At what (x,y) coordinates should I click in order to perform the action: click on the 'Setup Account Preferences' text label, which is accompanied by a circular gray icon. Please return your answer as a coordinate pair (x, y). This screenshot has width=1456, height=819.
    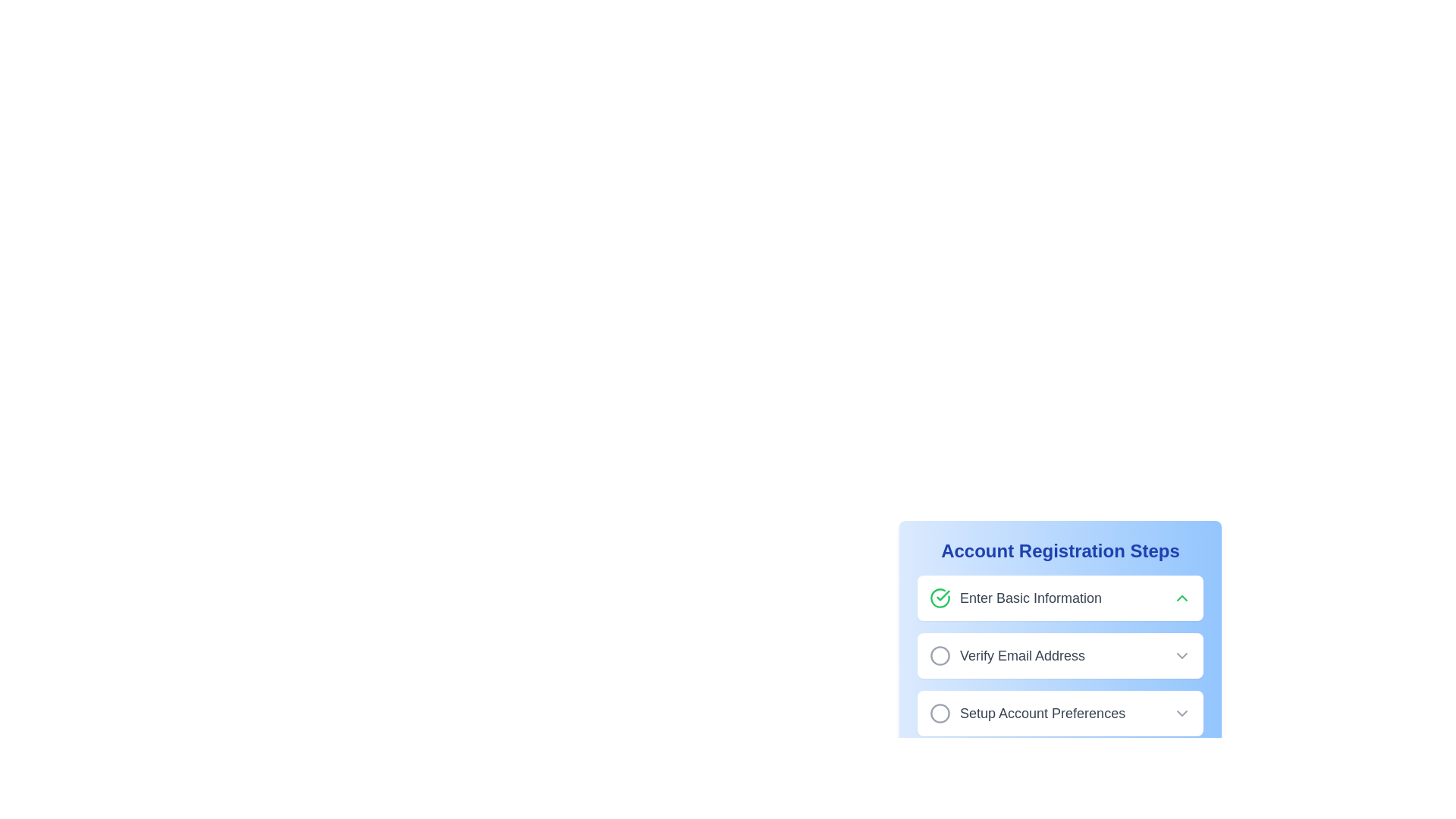
    Looking at the image, I should click on (1028, 714).